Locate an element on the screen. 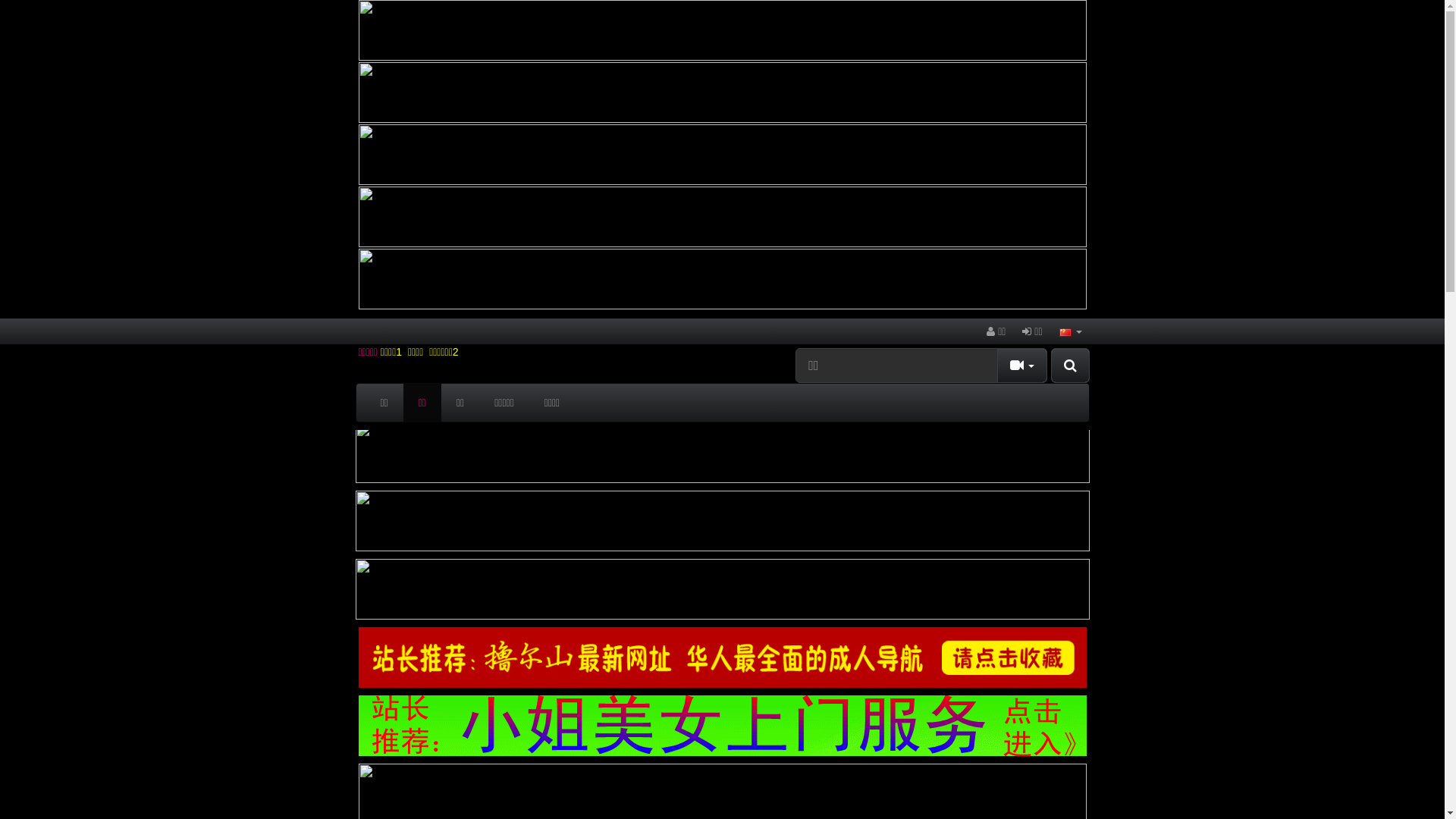 The width and height of the screenshot is (1456, 819). 'Toggle Dropdown' is located at coordinates (1021, 366).